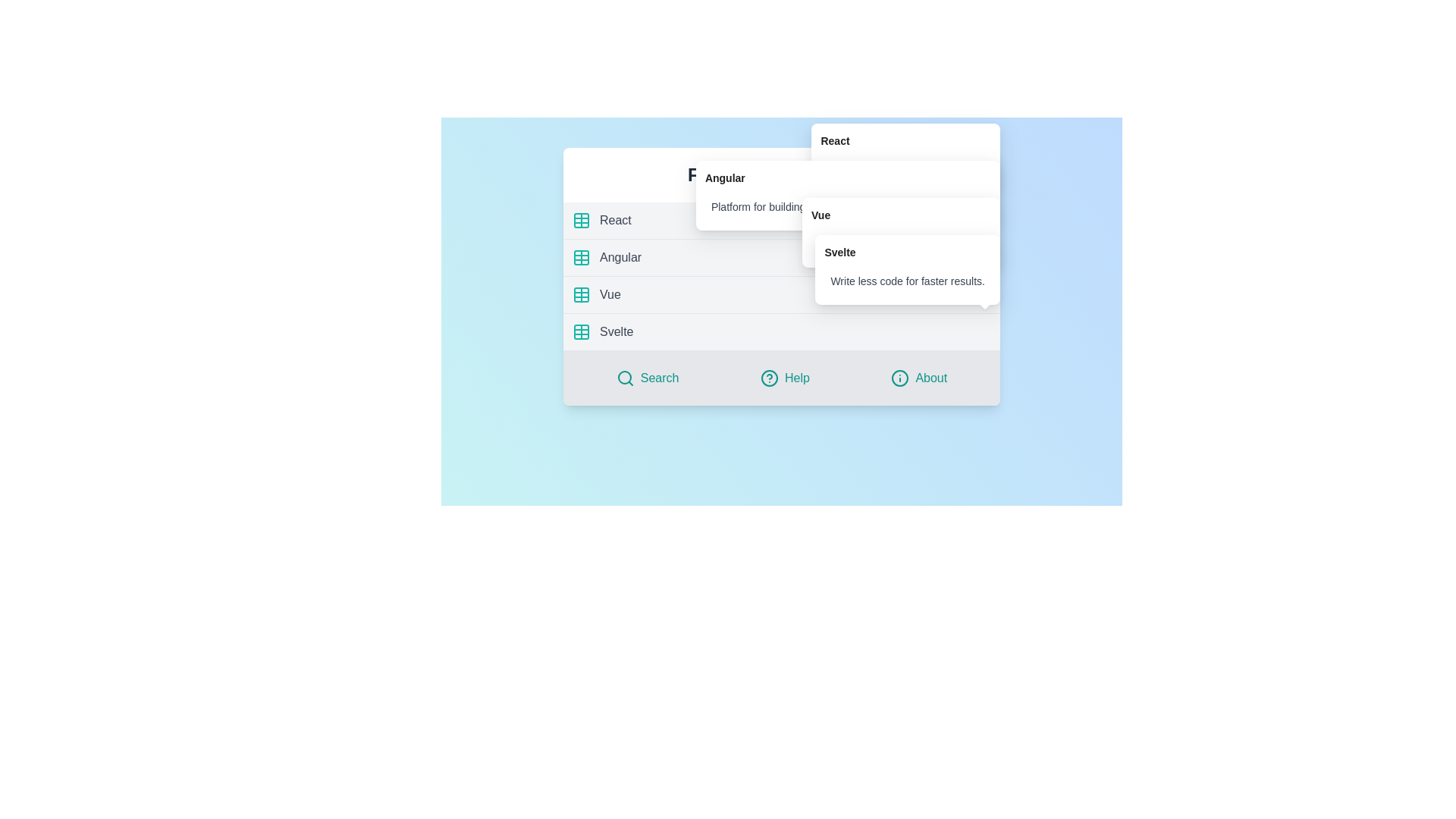  I want to click on the SVG circle icon located next to the label 'About' in the bottom section of the interface, so click(900, 377).